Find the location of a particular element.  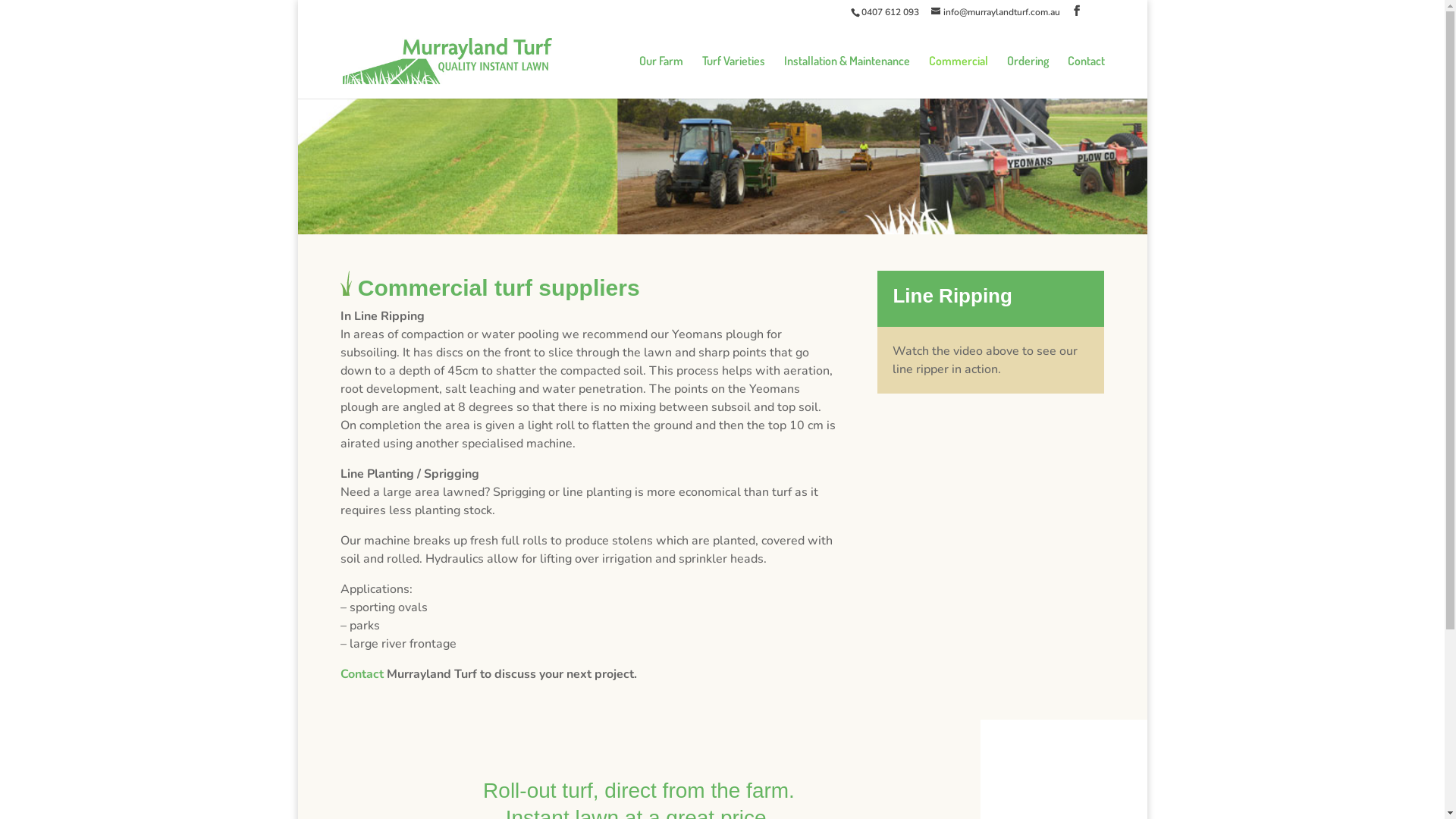

'Ordering' is located at coordinates (1028, 77).